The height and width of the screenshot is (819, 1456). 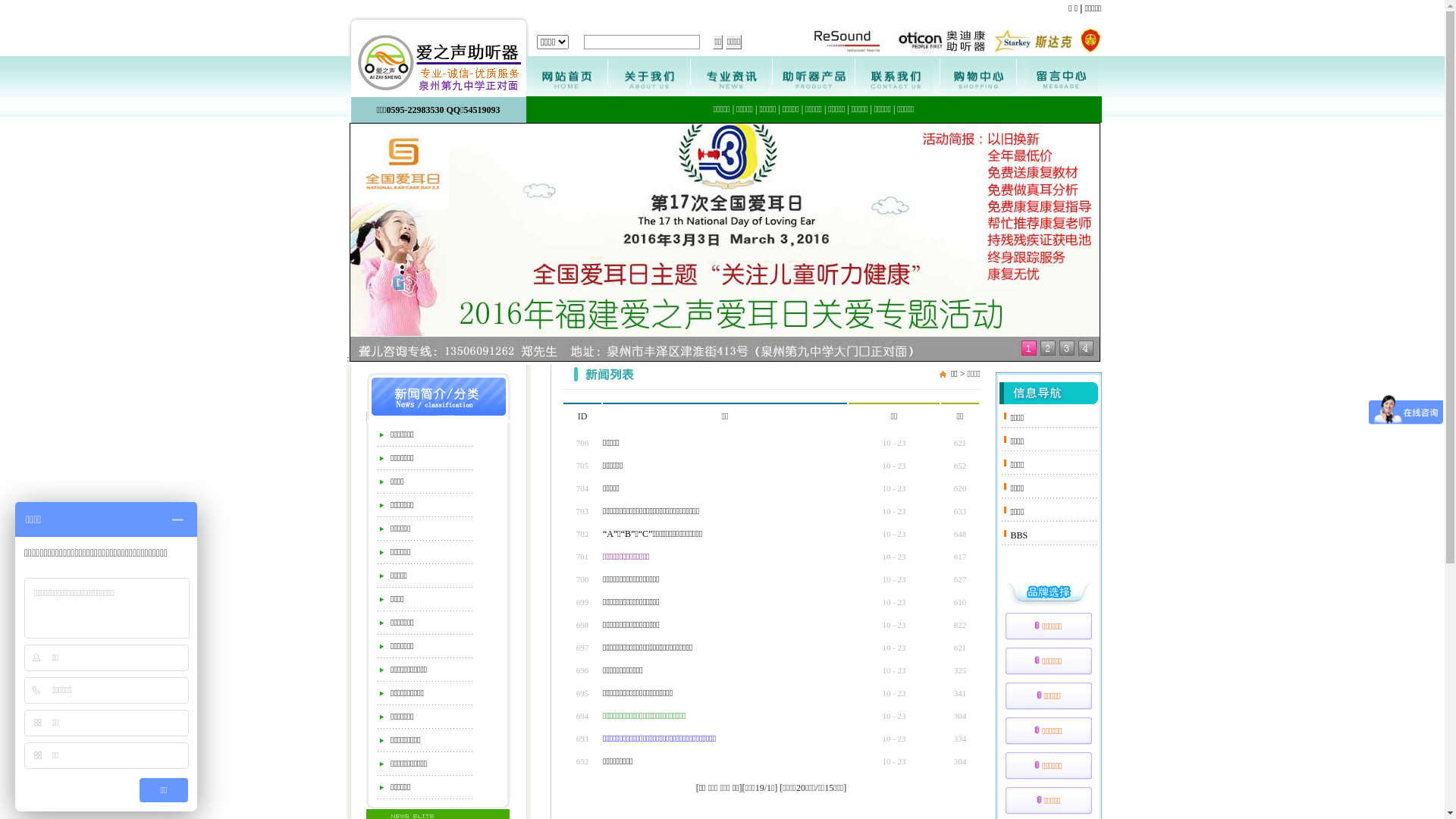 What do you see at coordinates (1018, 534) in the screenshot?
I see `'BBS'` at bounding box center [1018, 534].